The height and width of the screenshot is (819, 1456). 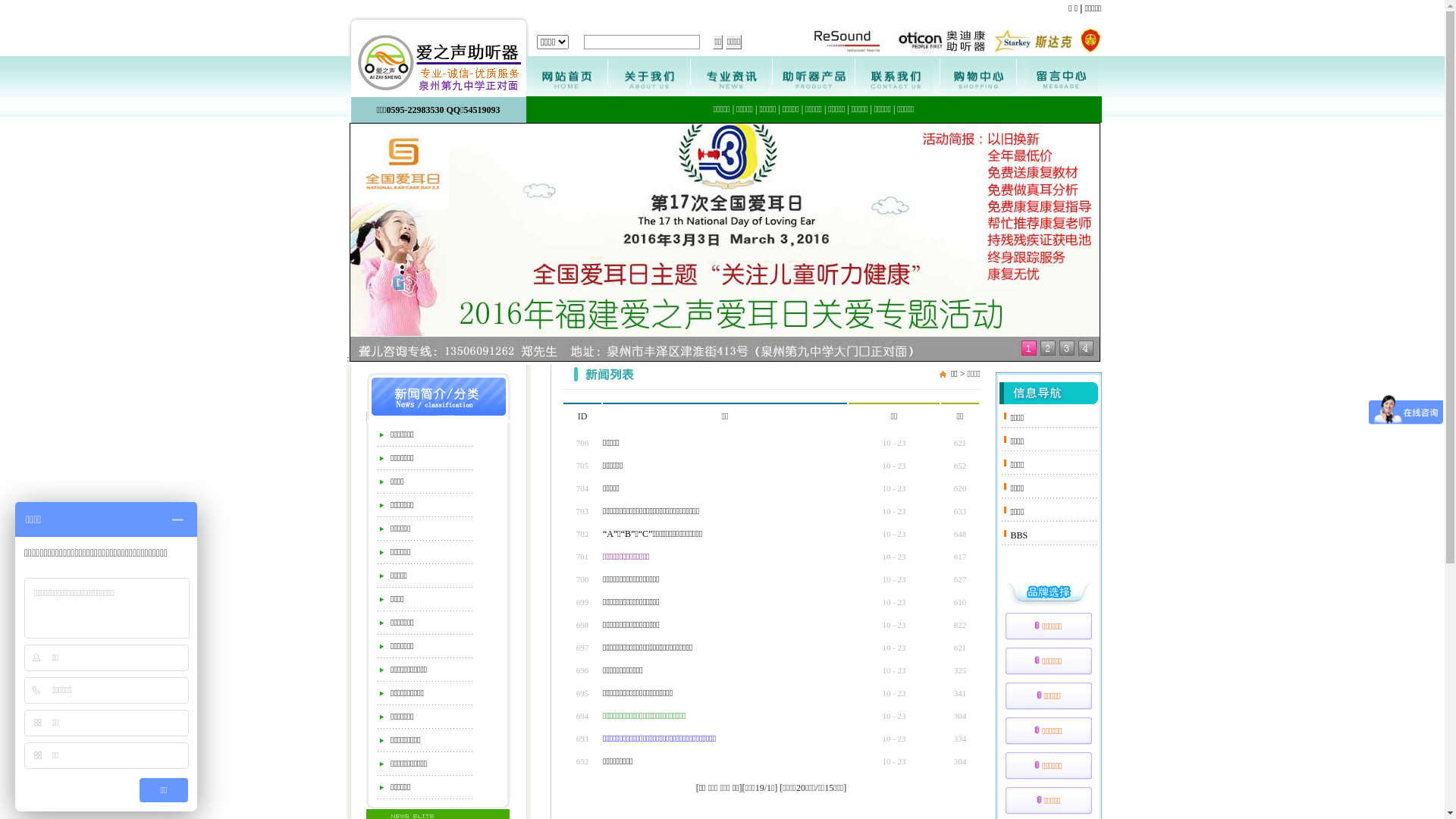 What do you see at coordinates (1018, 534) in the screenshot?
I see `'BBS'` at bounding box center [1018, 534].